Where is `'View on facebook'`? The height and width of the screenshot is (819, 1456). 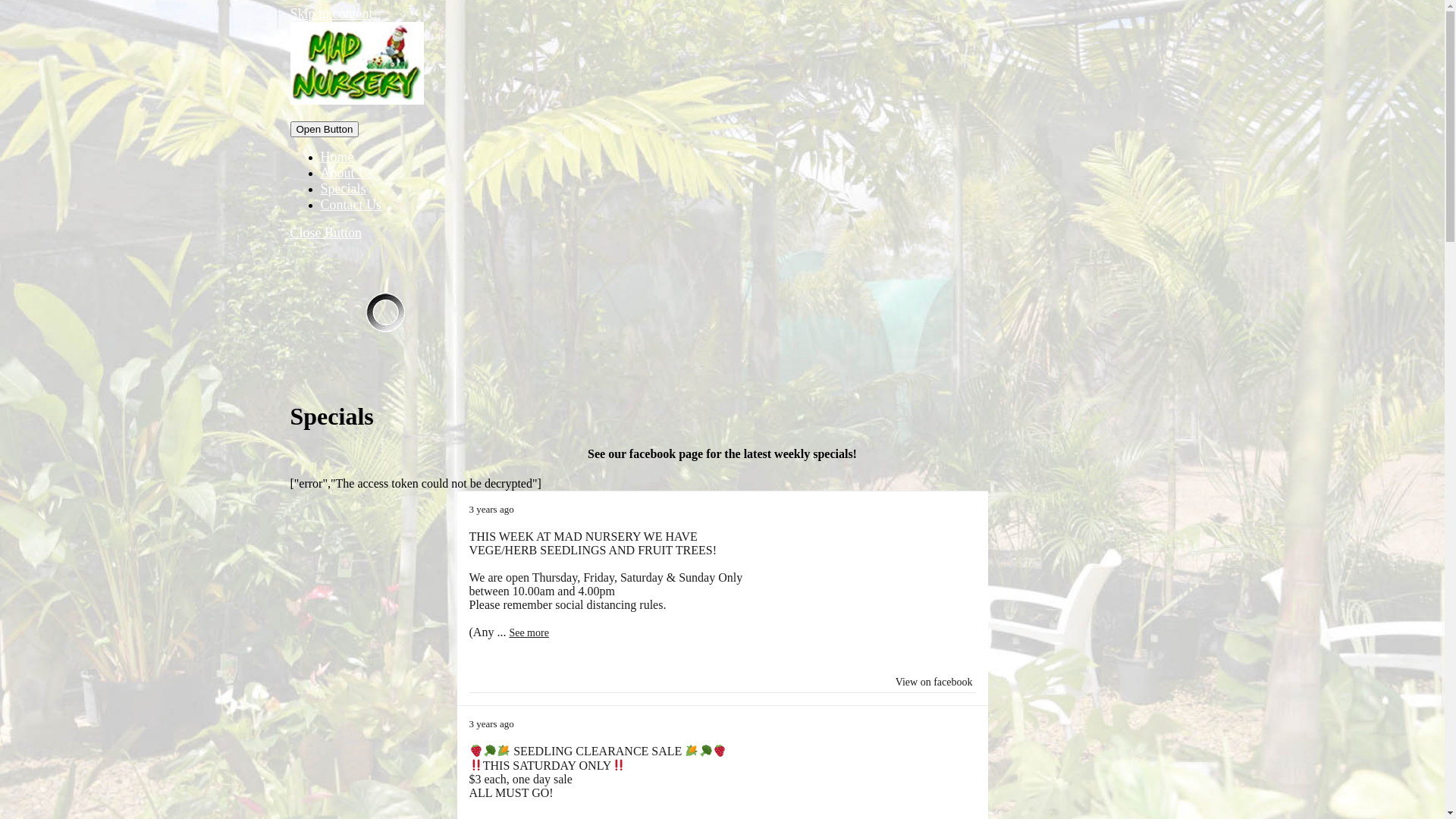
'View on facebook' is located at coordinates (934, 681).